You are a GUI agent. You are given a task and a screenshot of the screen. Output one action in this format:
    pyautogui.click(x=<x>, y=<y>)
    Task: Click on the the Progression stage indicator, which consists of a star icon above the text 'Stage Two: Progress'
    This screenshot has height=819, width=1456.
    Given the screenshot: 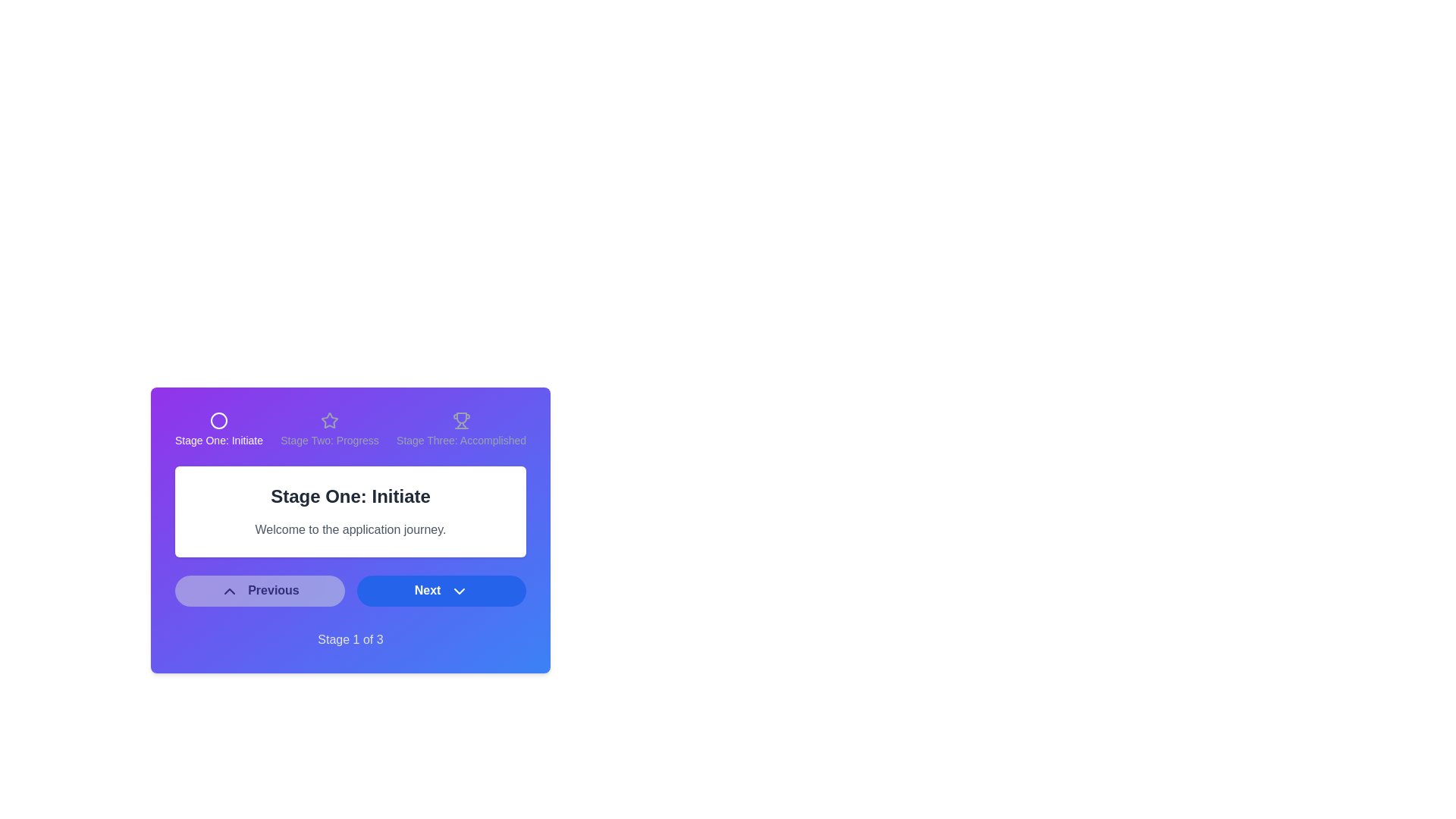 What is the action you would take?
    pyautogui.click(x=329, y=430)
    